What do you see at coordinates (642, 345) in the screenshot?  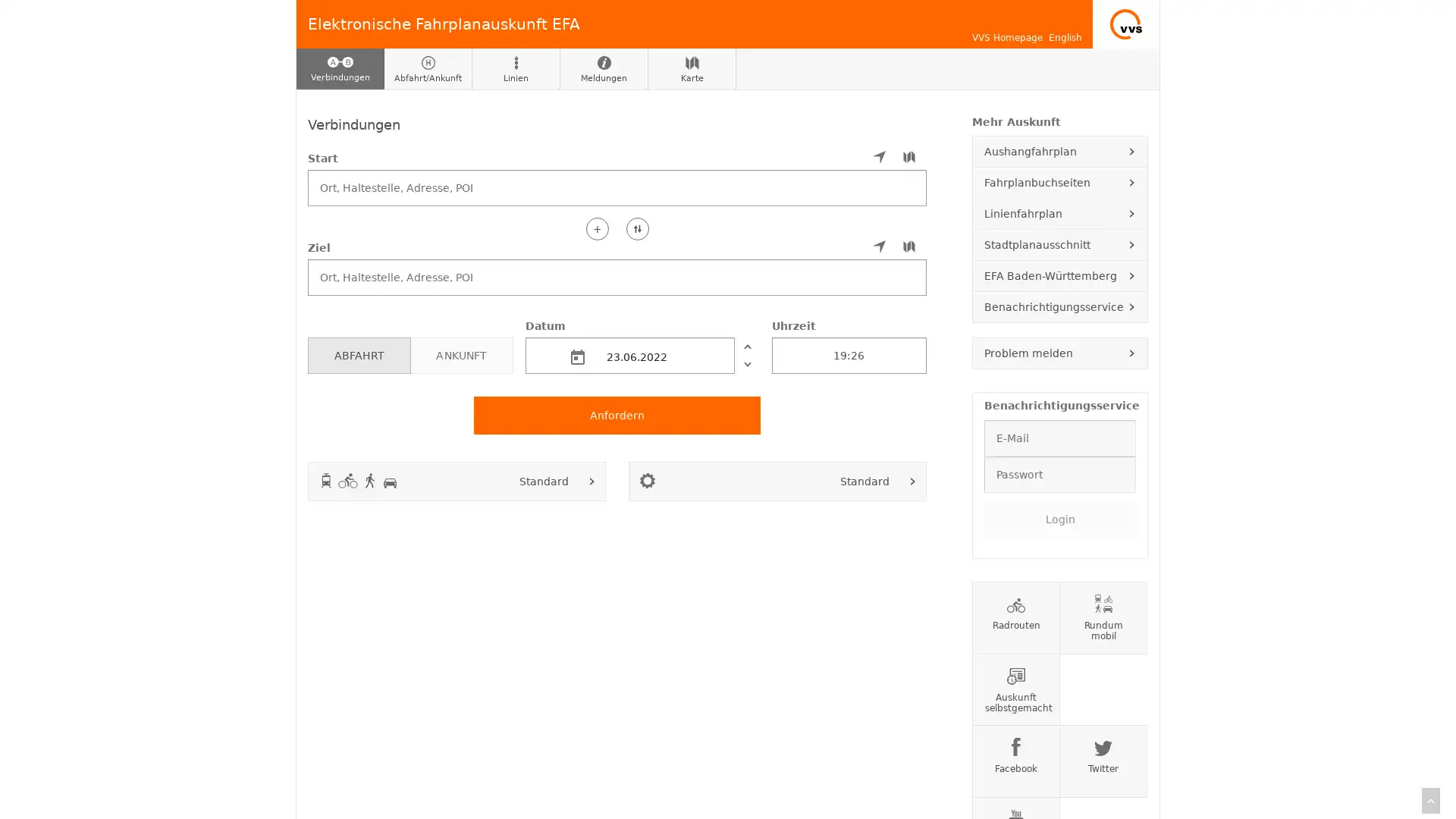 I see `Datum 23.06.2022 vorher nachher` at bounding box center [642, 345].